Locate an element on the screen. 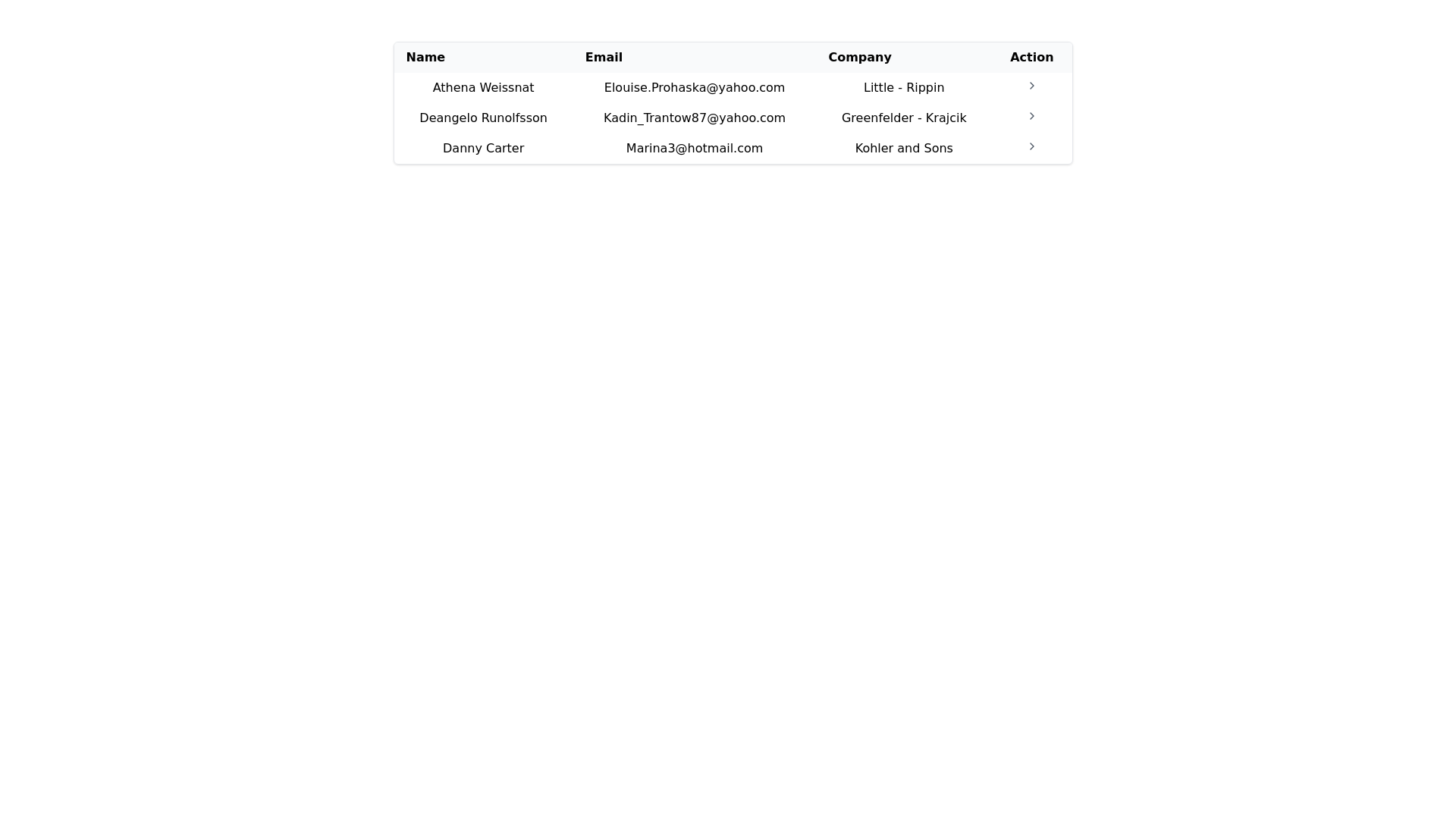 This screenshot has width=1456, height=819. the static text label displaying the company name located in the 'Company' column of the last row of the table, positioned between the email 'Marina3@hotmail.com' and an action icon is located at coordinates (904, 149).